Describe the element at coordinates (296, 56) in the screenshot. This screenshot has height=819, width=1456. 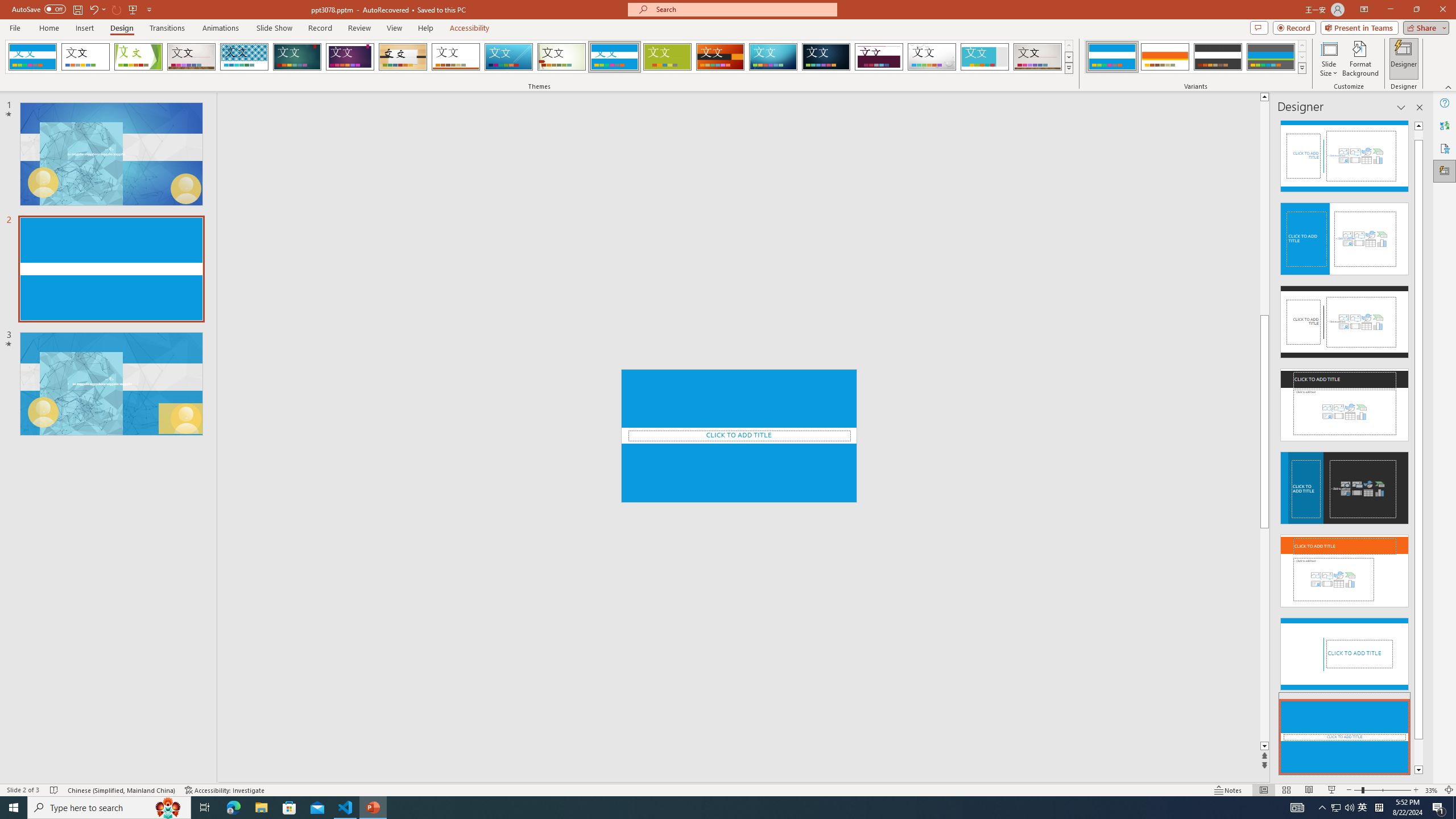
I see `'Ion'` at that location.